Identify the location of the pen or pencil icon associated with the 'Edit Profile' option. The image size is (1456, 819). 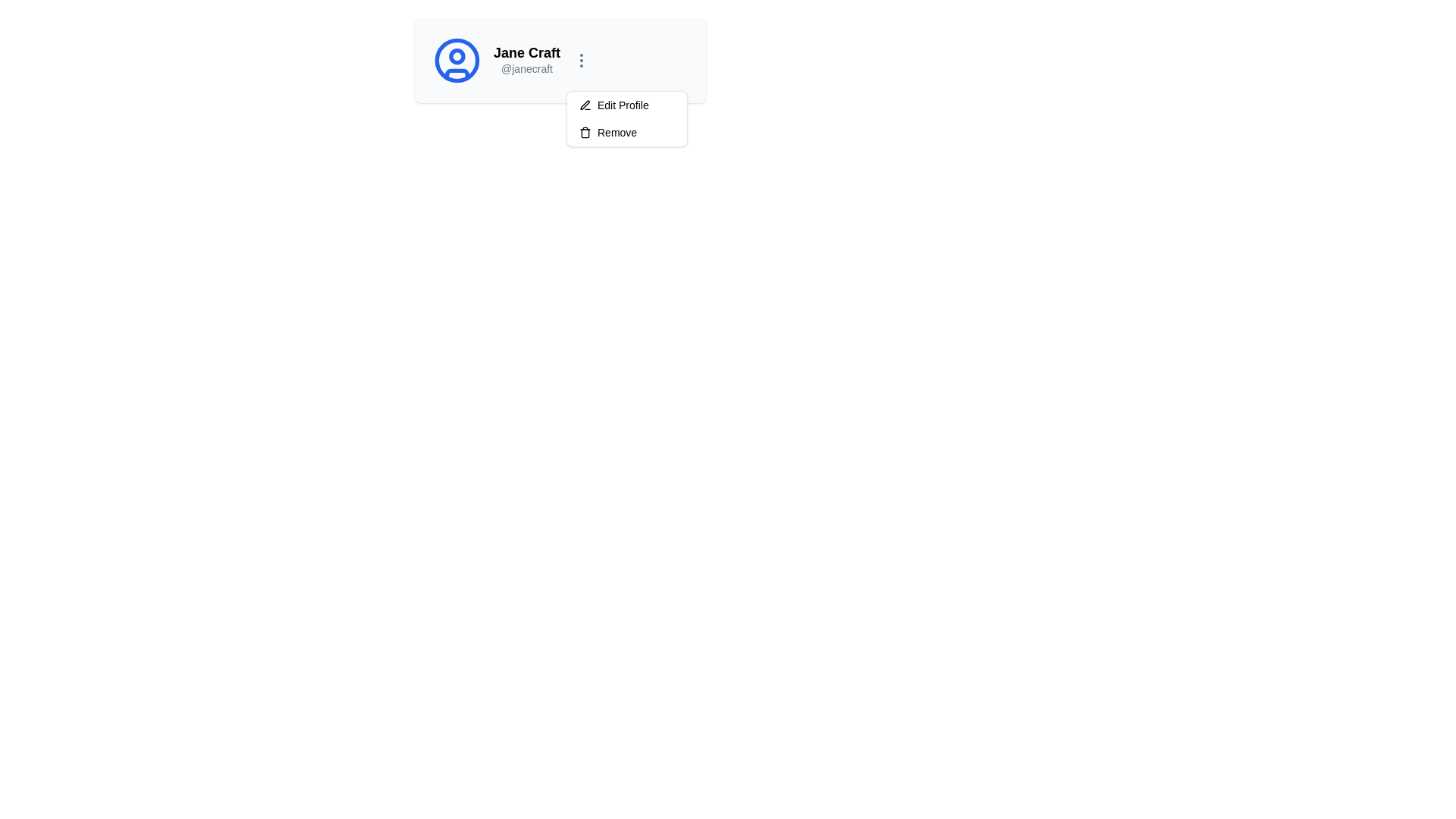
(584, 104).